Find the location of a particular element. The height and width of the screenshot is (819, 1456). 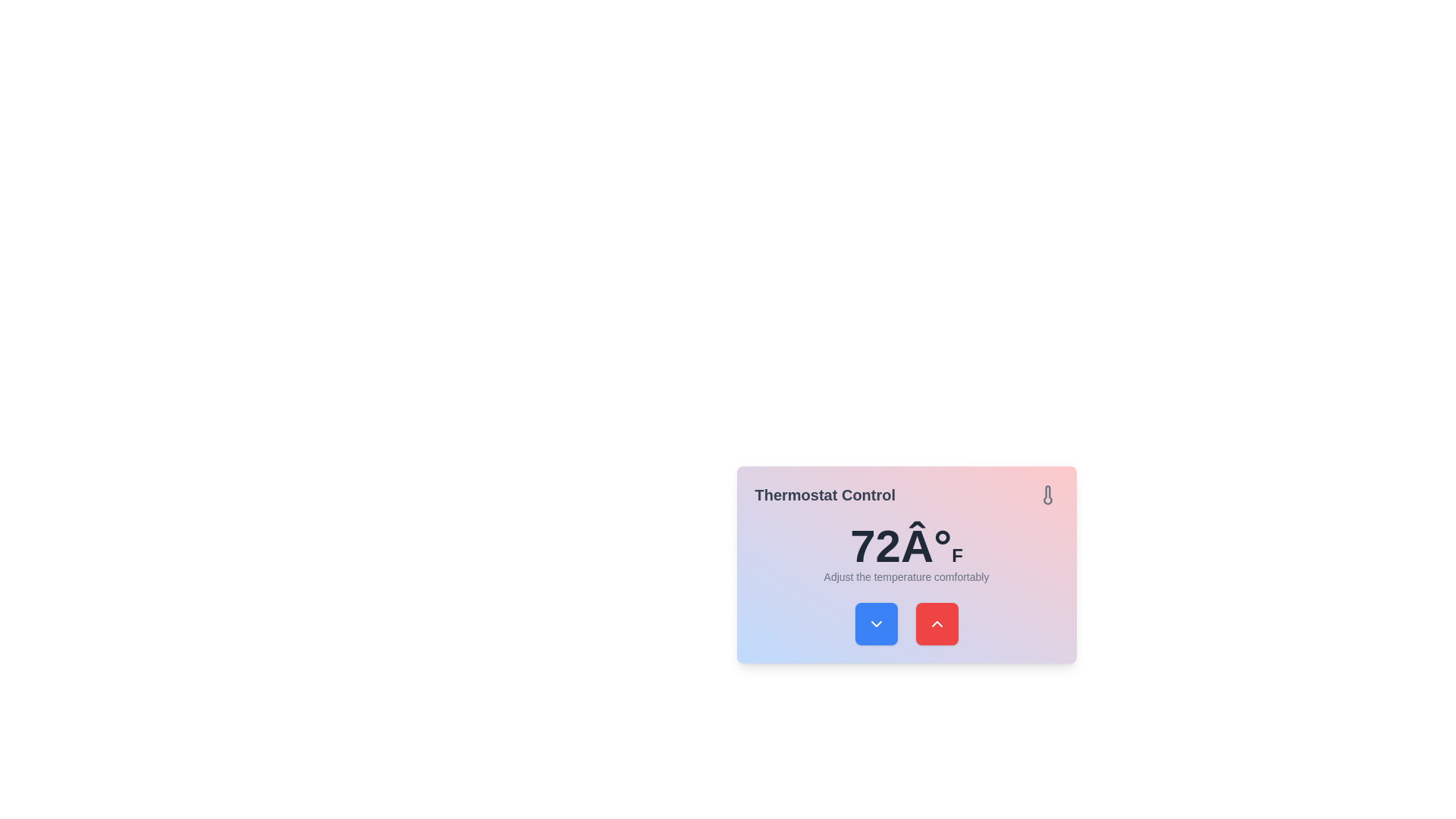

the thermometer icon located at the upper-right corner of the 'Thermostat Control' section for information is located at coordinates (1046, 494).